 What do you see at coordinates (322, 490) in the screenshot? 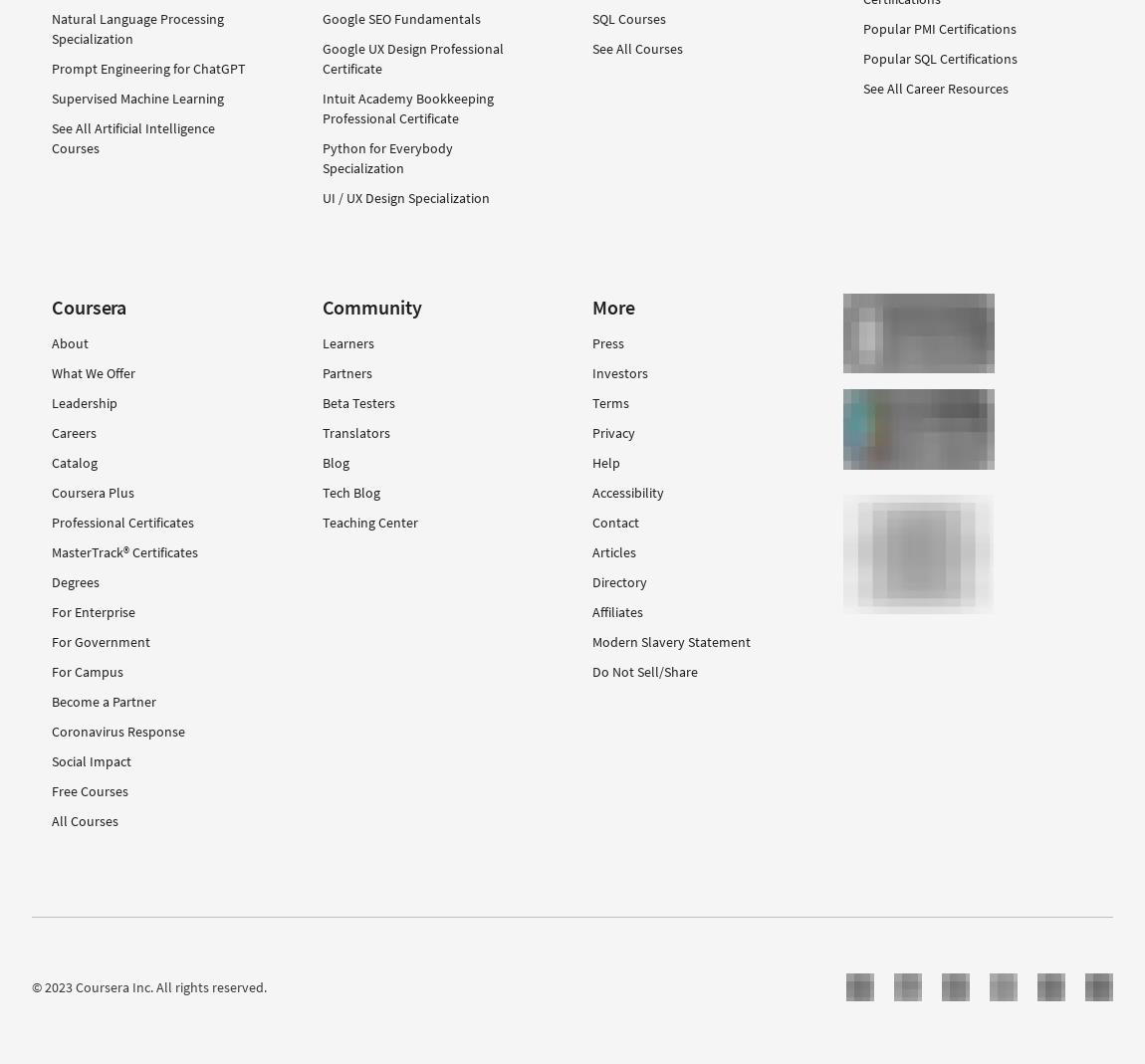
I see `'Tech Blog'` at bounding box center [322, 490].